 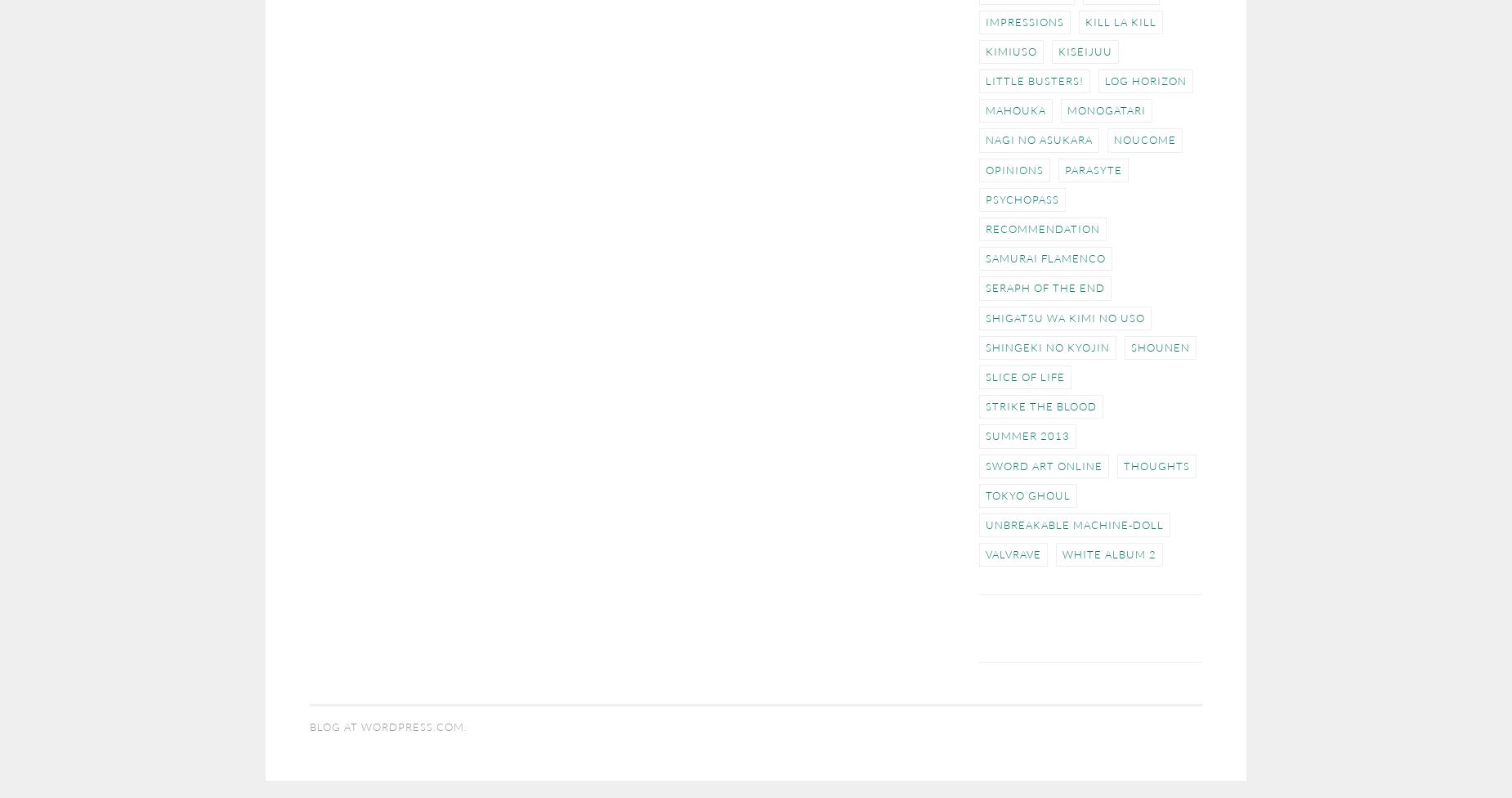 What do you see at coordinates (1145, 80) in the screenshot?
I see `'Log Horizon'` at bounding box center [1145, 80].